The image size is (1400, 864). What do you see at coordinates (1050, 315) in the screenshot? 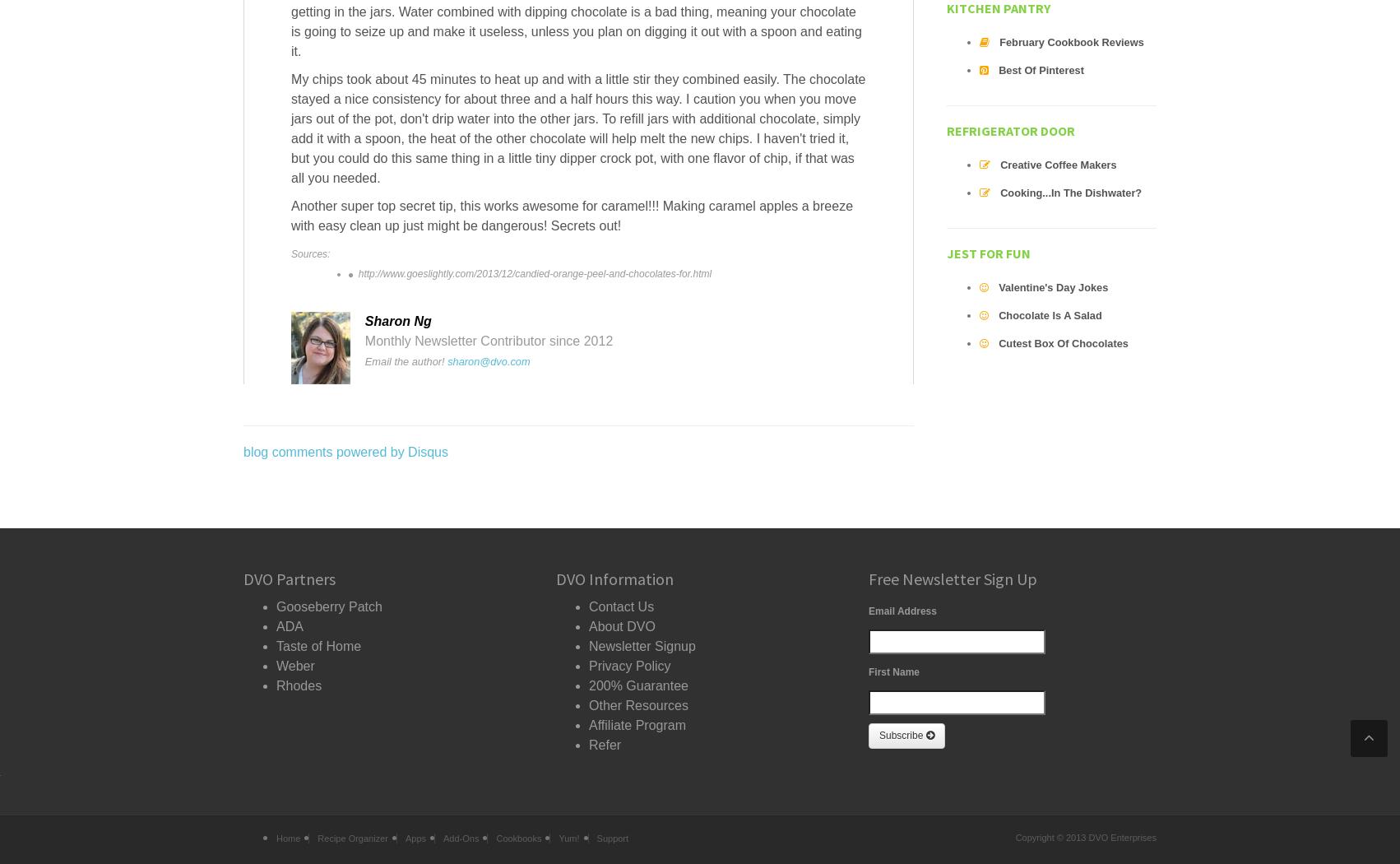
I see `'Chocolate Is A Salad'` at bounding box center [1050, 315].